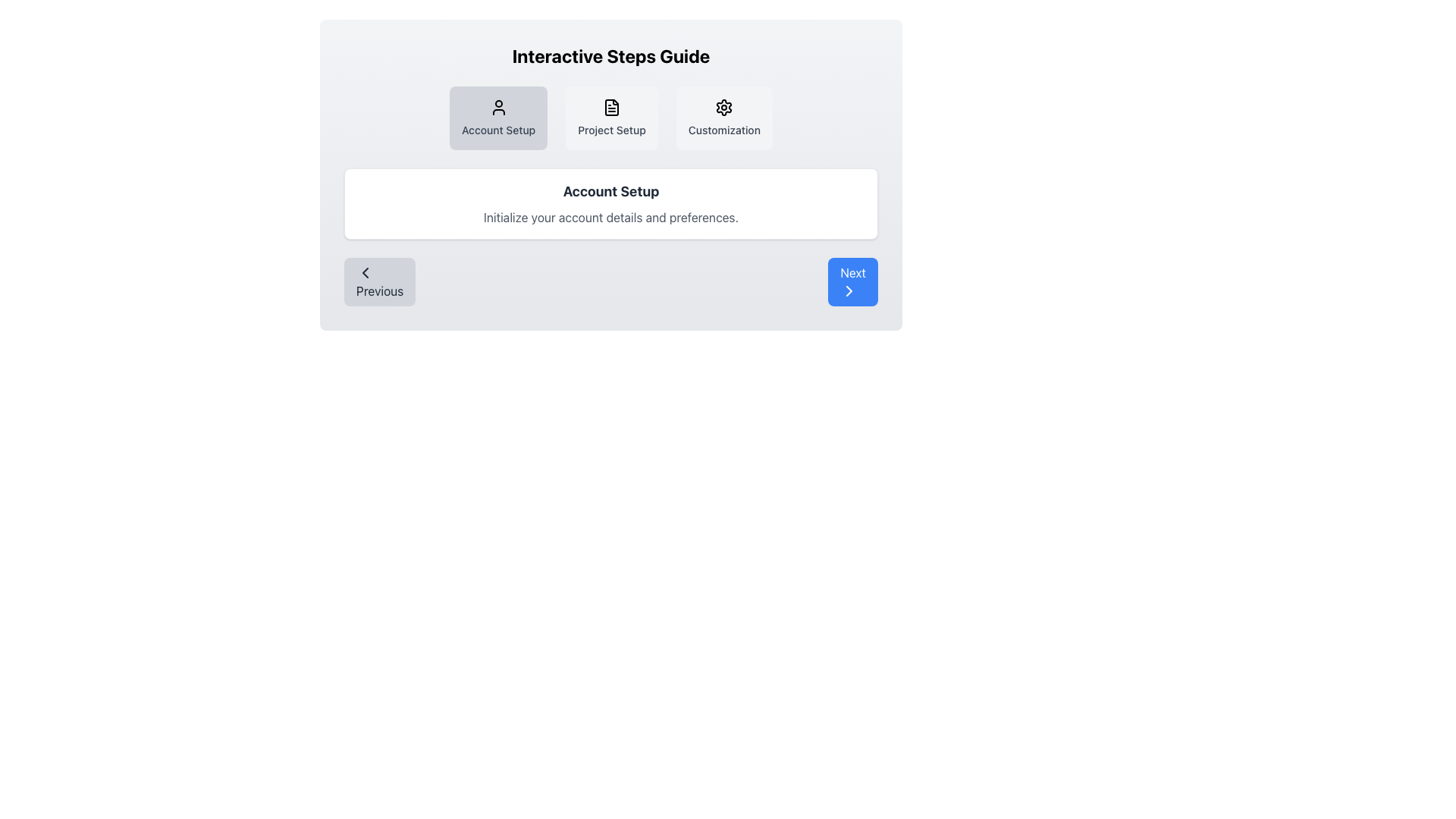 The width and height of the screenshot is (1456, 819). I want to click on the Informational Box titled 'Account Setup', which features a white rectangular design with rounded corners, a bold title in black, and a lighter subtext below, so click(611, 203).